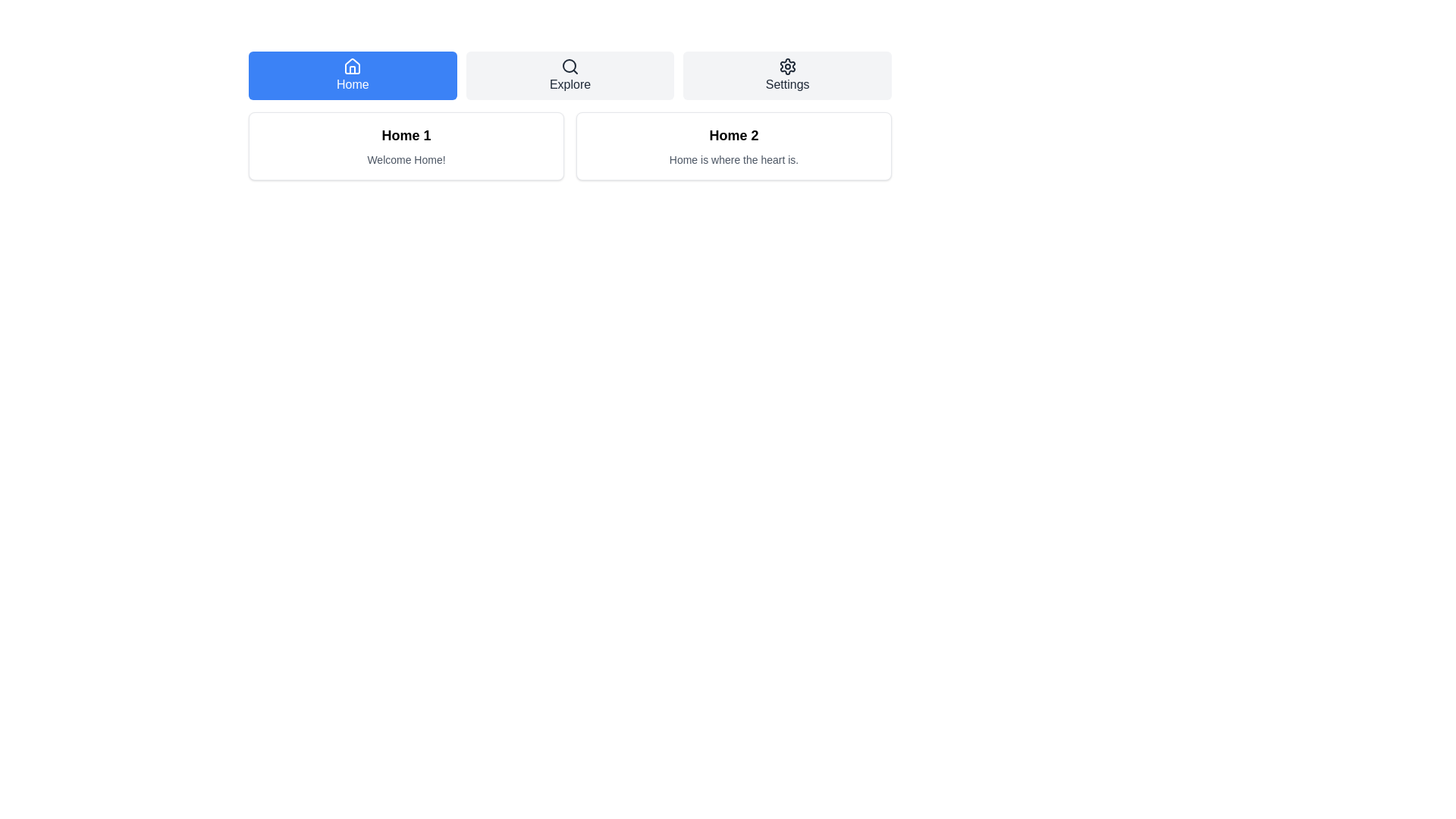 The height and width of the screenshot is (819, 1456). Describe the element at coordinates (734, 160) in the screenshot. I see `the static text snippet that reads 'Home is where the heart is.' located in the second highlighted section labeled 'Home 2.'` at that location.